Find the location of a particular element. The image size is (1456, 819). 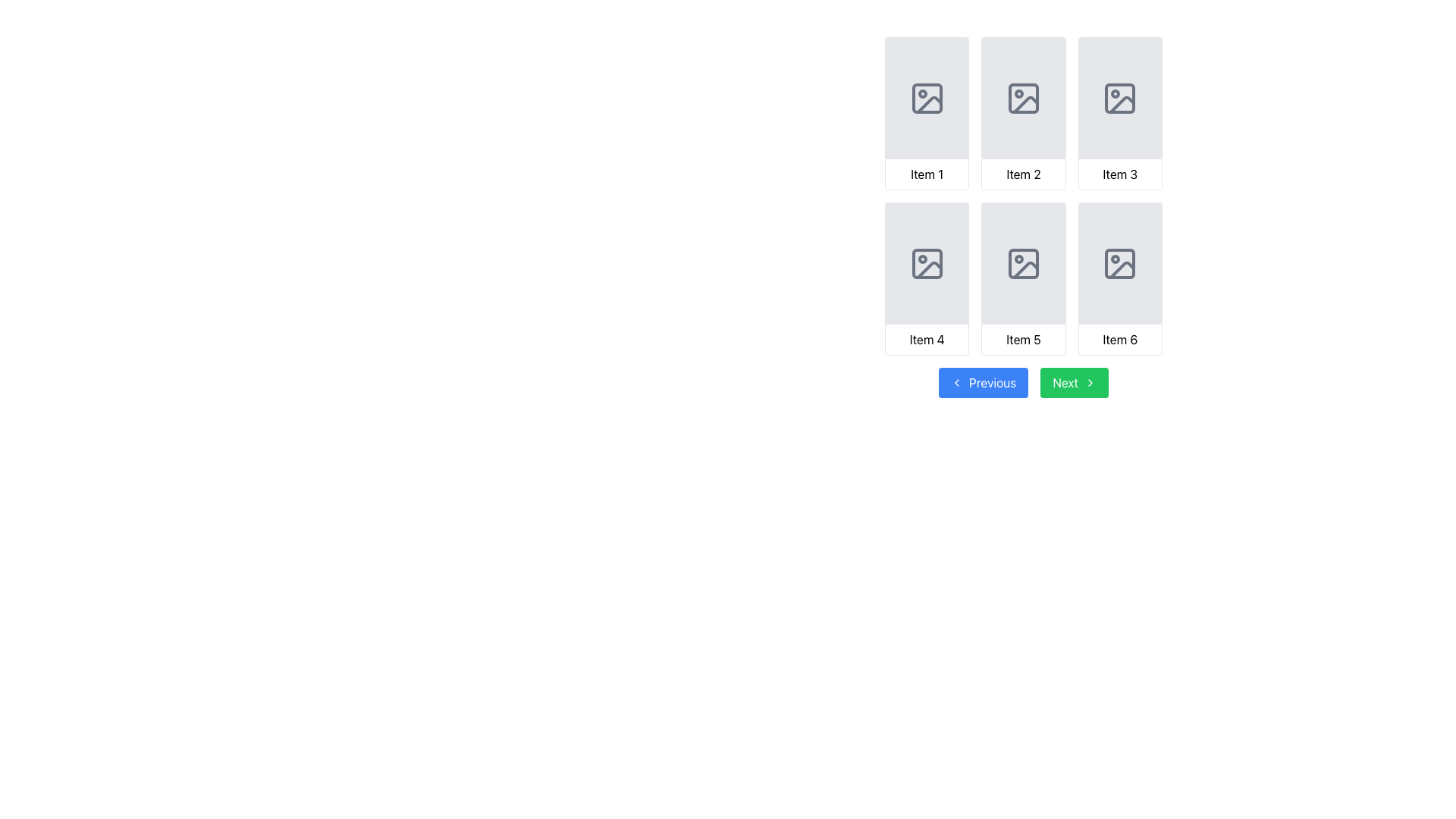

to select the card featuring a light-gray background and an image frame icon at the top, labeled 'Item 6', located in the bottom-right corner of the grid is located at coordinates (1120, 278).